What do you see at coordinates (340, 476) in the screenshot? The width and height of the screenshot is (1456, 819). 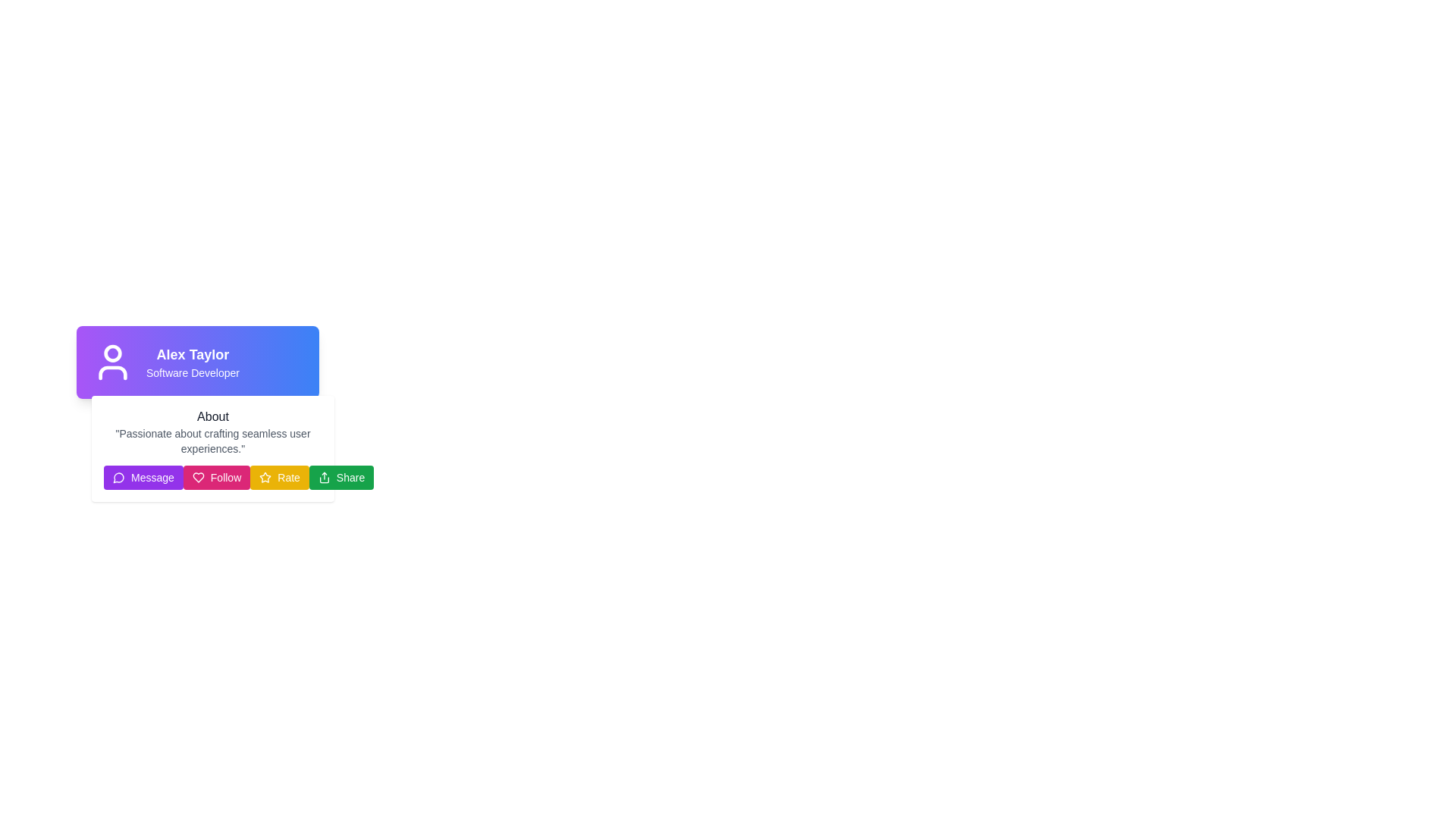 I see `the green 'Share' button with rounded corners and white text` at bounding box center [340, 476].